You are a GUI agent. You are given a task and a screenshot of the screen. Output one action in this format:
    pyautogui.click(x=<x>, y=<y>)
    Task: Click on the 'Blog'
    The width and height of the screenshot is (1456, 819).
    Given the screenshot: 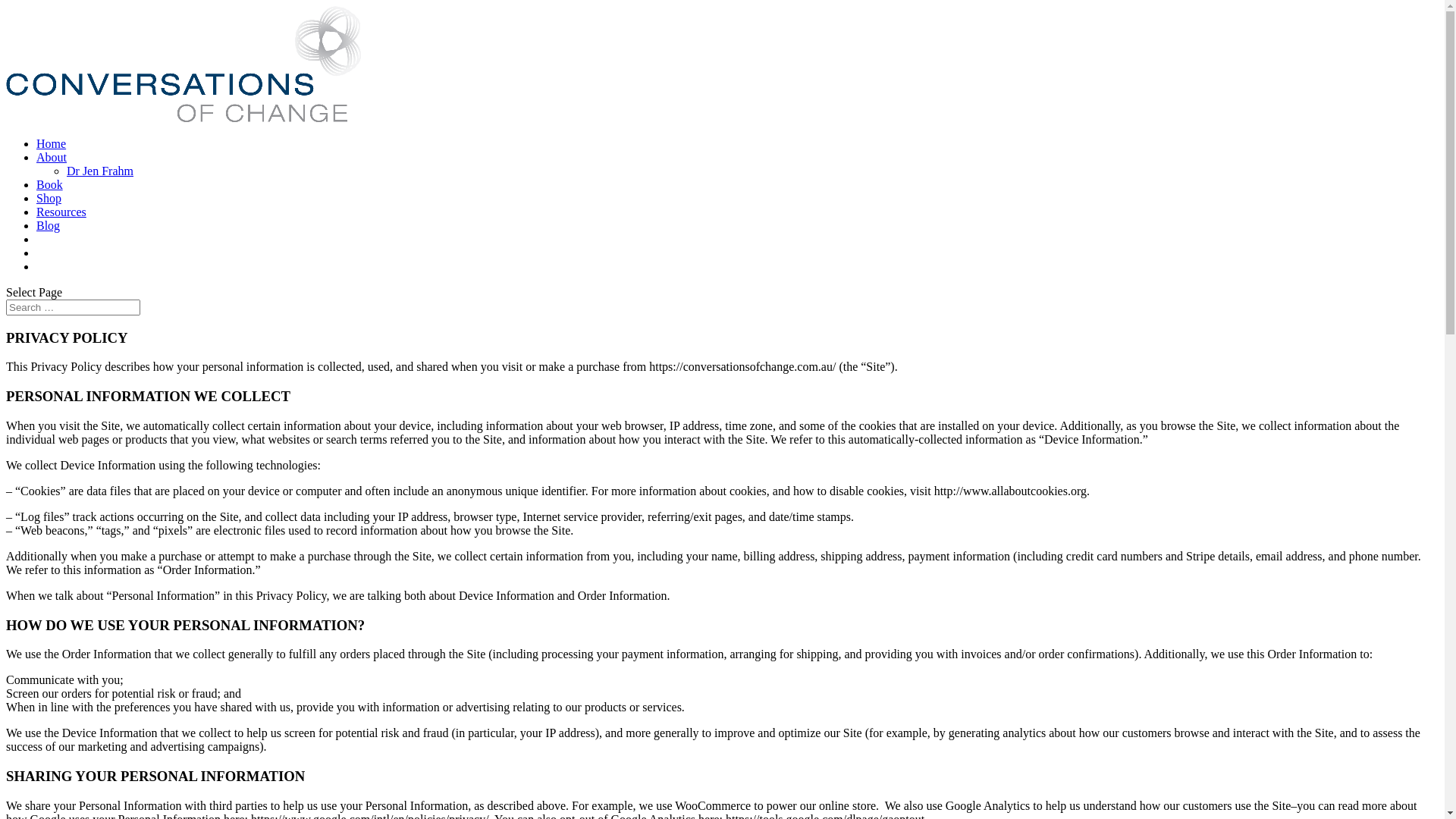 What is the action you would take?
    pyautogui.click(x=48, y=225)
    